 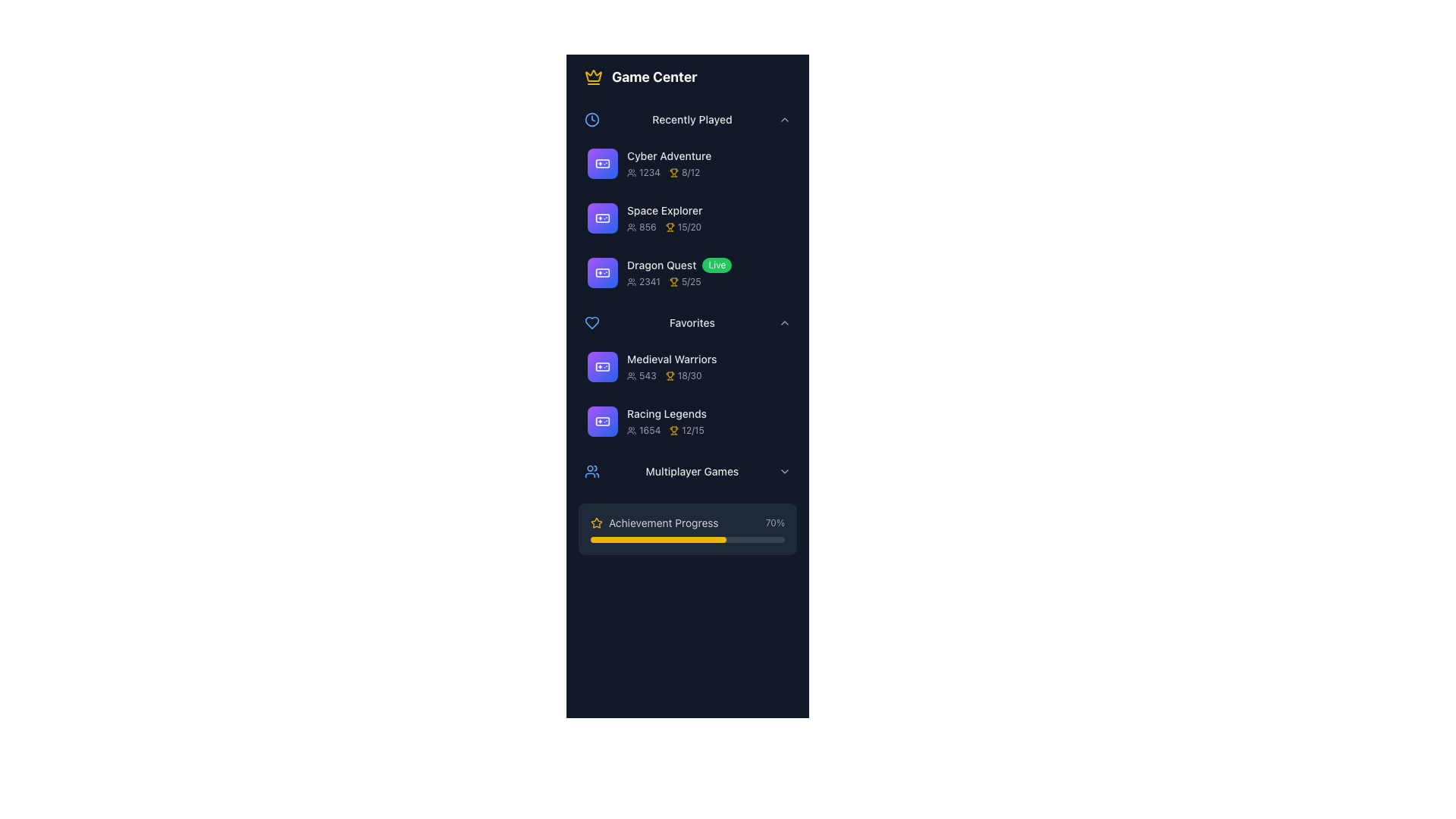 I want to click on the 'Favorites' collapsible button, which features a blue heart icon on the left and a collapsible arrow icon on the right, so click(x=687, y=322).